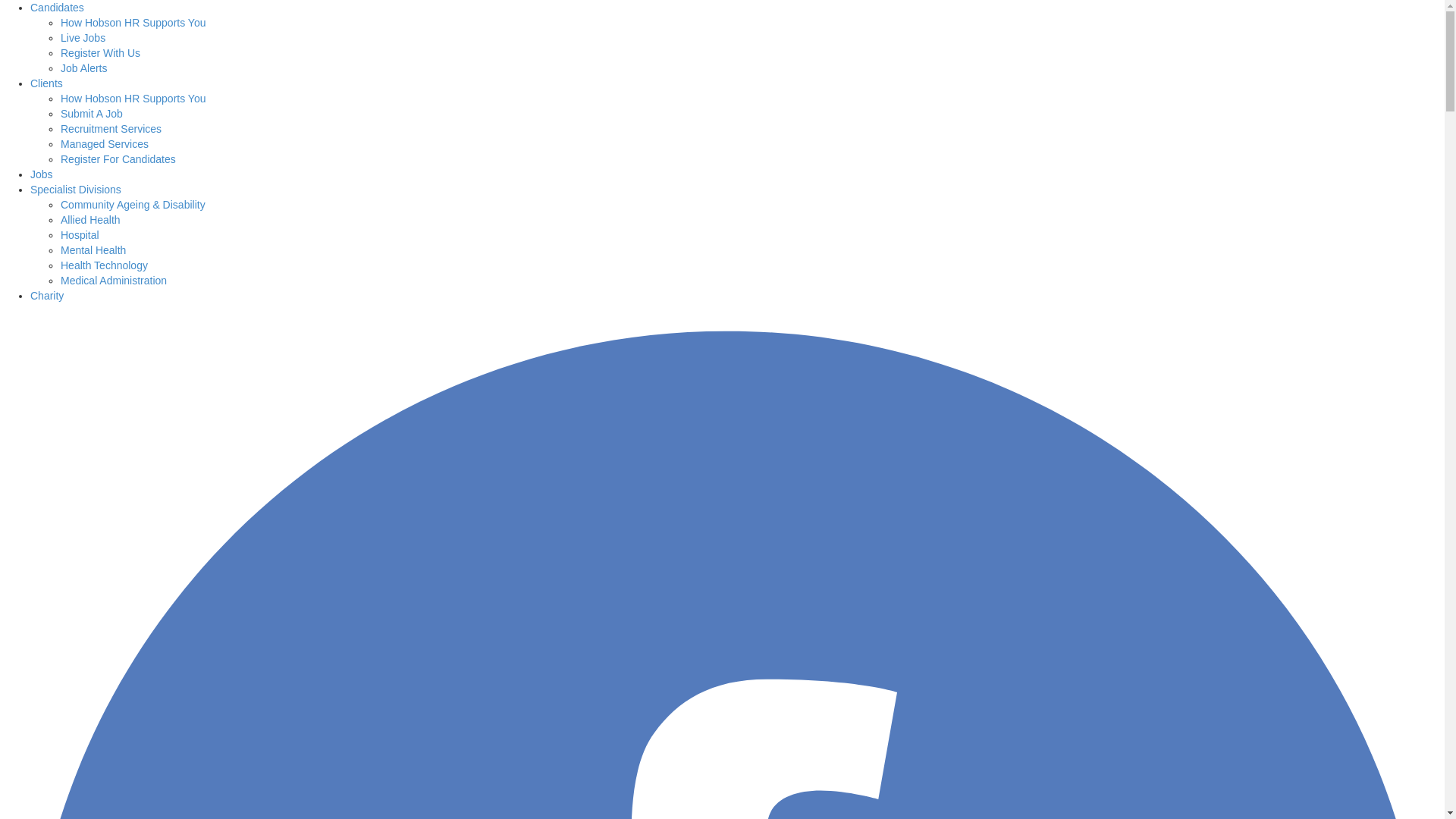  Describe the element at coordinates (75, 189) in the screenshot. I see `'Specialist Divisions'` at that location.